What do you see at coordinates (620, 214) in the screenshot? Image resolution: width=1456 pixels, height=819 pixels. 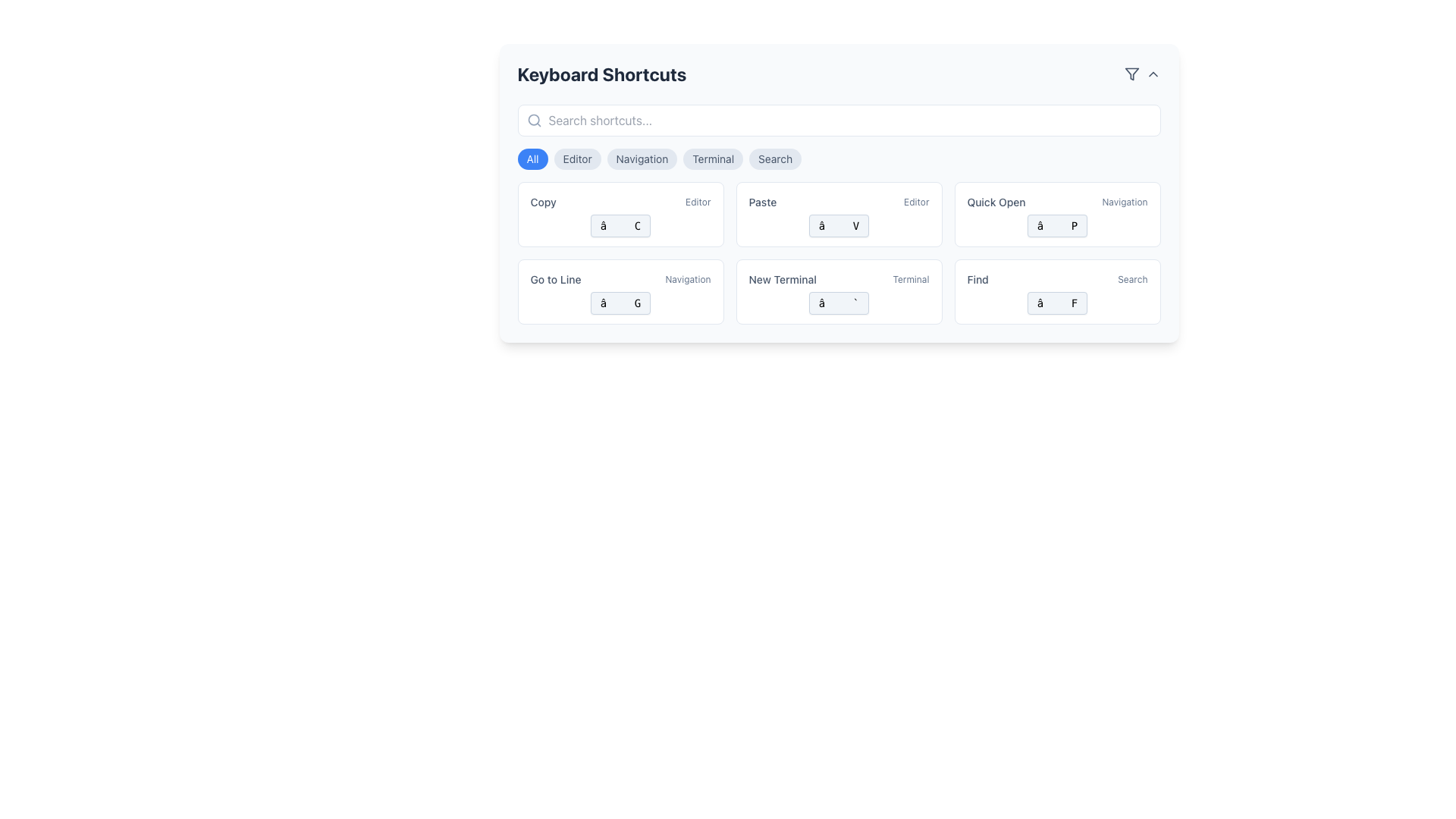 I see `the rectangular button labeled '⌘ C' with a white background and light-gray border, located in the top-left area of the grid` at bounding box center [620, 214].